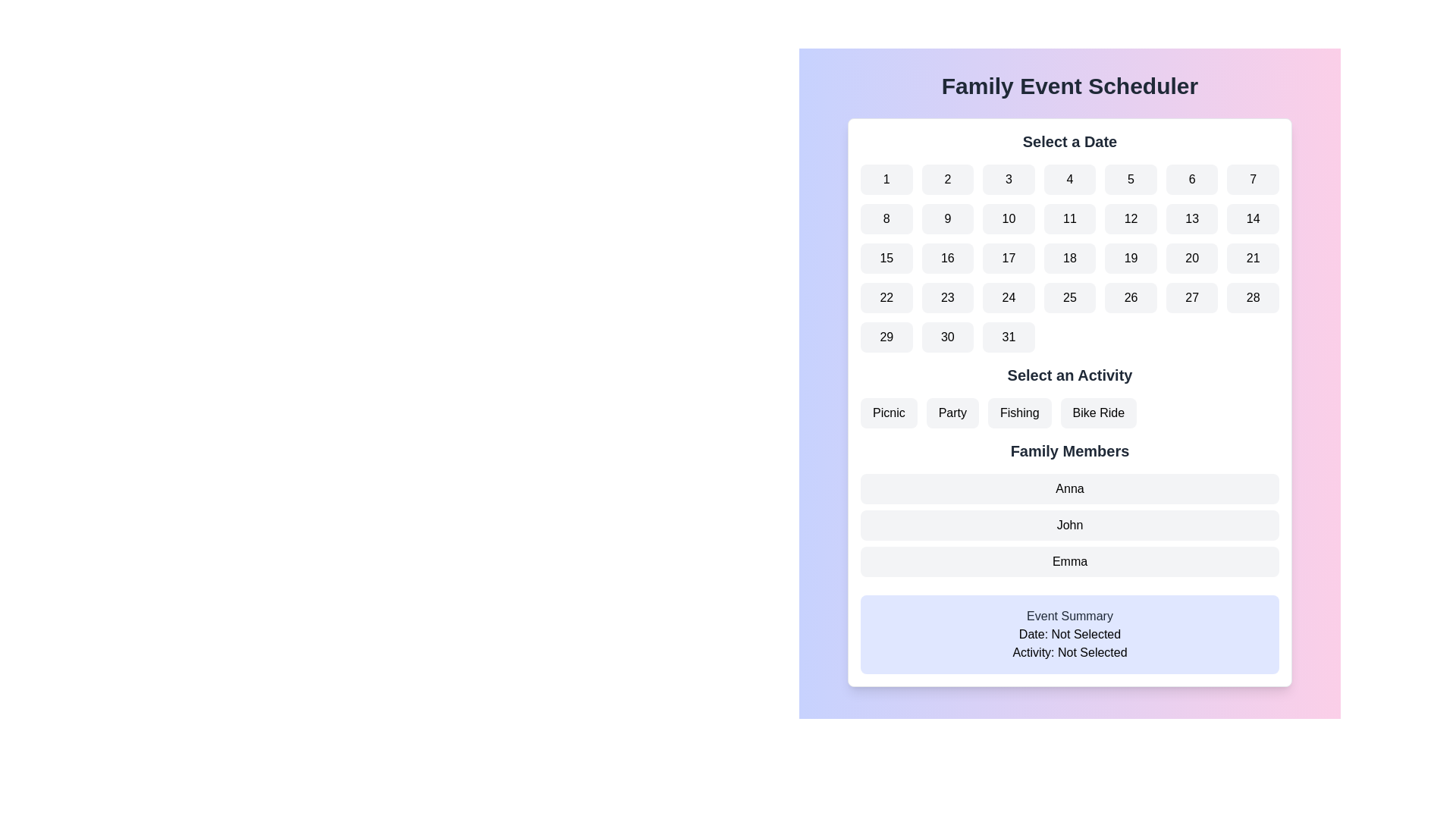 The image size is (1456, 819). What do you see at coordinates (886, 336) in the screenshot?
I see `the selectable date button located in the sixth row and first column of the calendar grid in the 'Select a Date' section` at bounding box center [886, 336].